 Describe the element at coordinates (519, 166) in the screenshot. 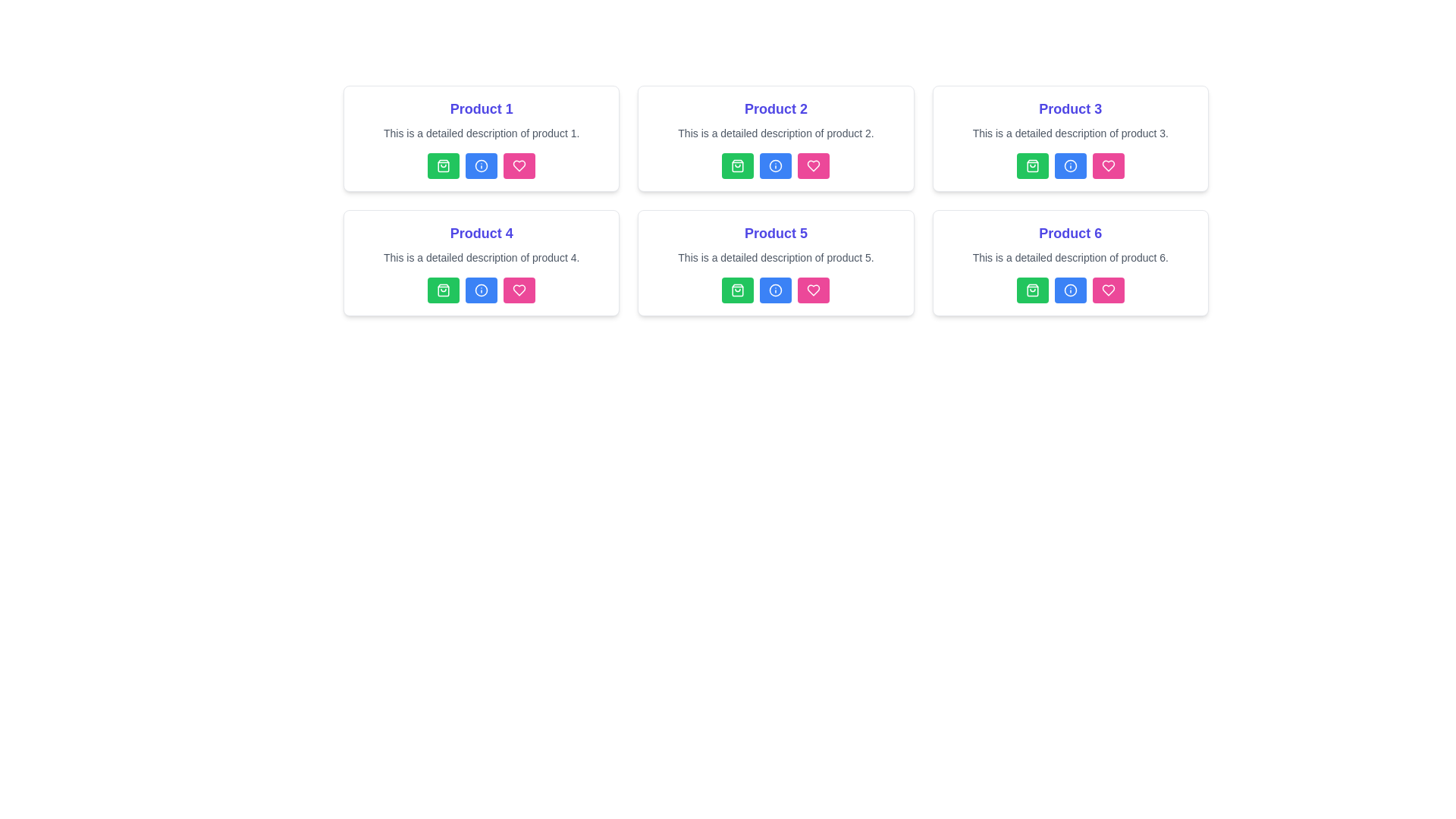

I see `the pink heart-shaped icon button located in the card labeled 'Product 4'` at that location.